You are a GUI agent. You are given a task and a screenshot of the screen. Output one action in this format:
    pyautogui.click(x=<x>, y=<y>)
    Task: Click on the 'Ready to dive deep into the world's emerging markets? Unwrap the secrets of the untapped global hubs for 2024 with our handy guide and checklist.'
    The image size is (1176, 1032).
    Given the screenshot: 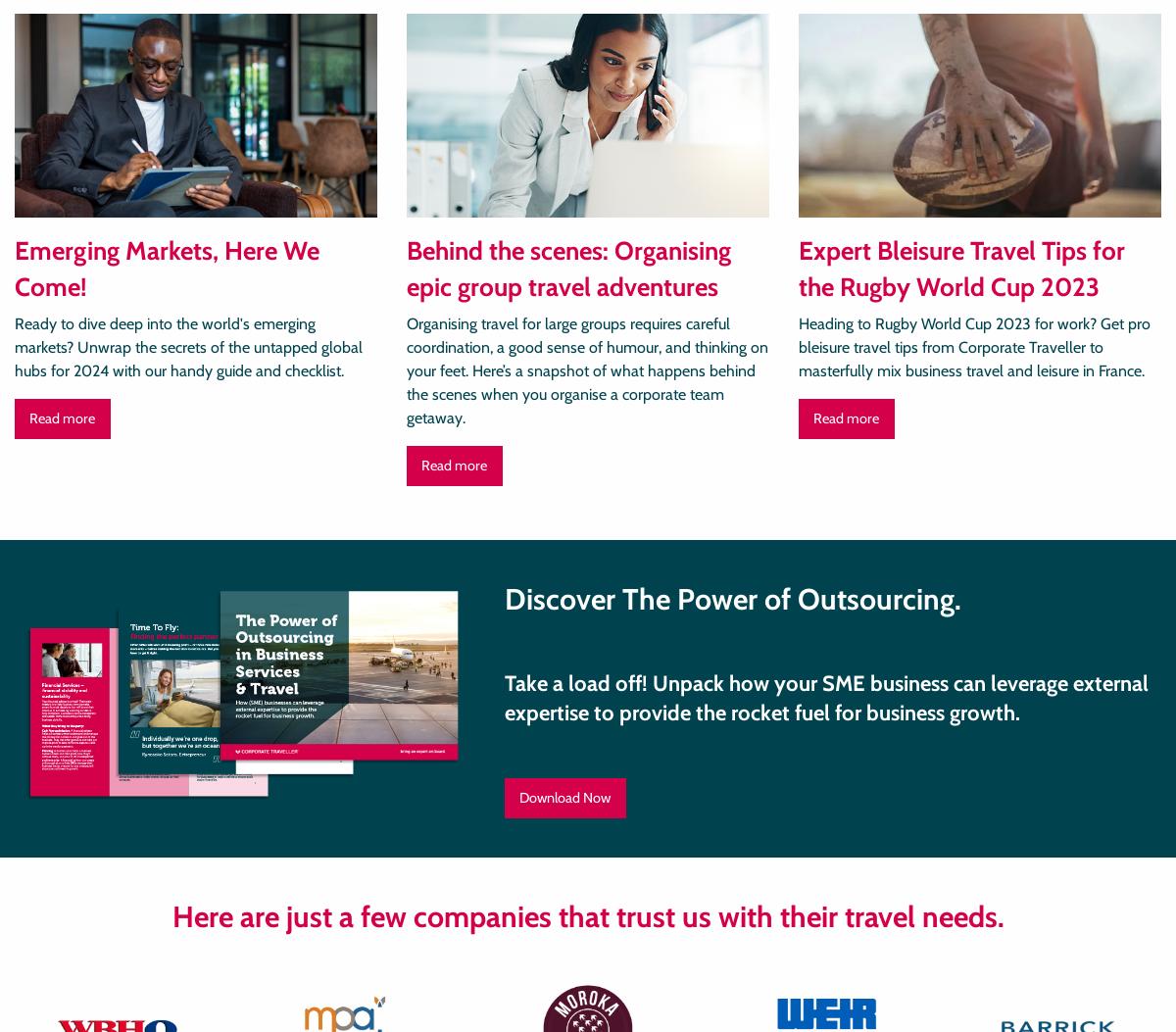 What is the action you would take?
    pyautogui.click(x=187, y=346)
    